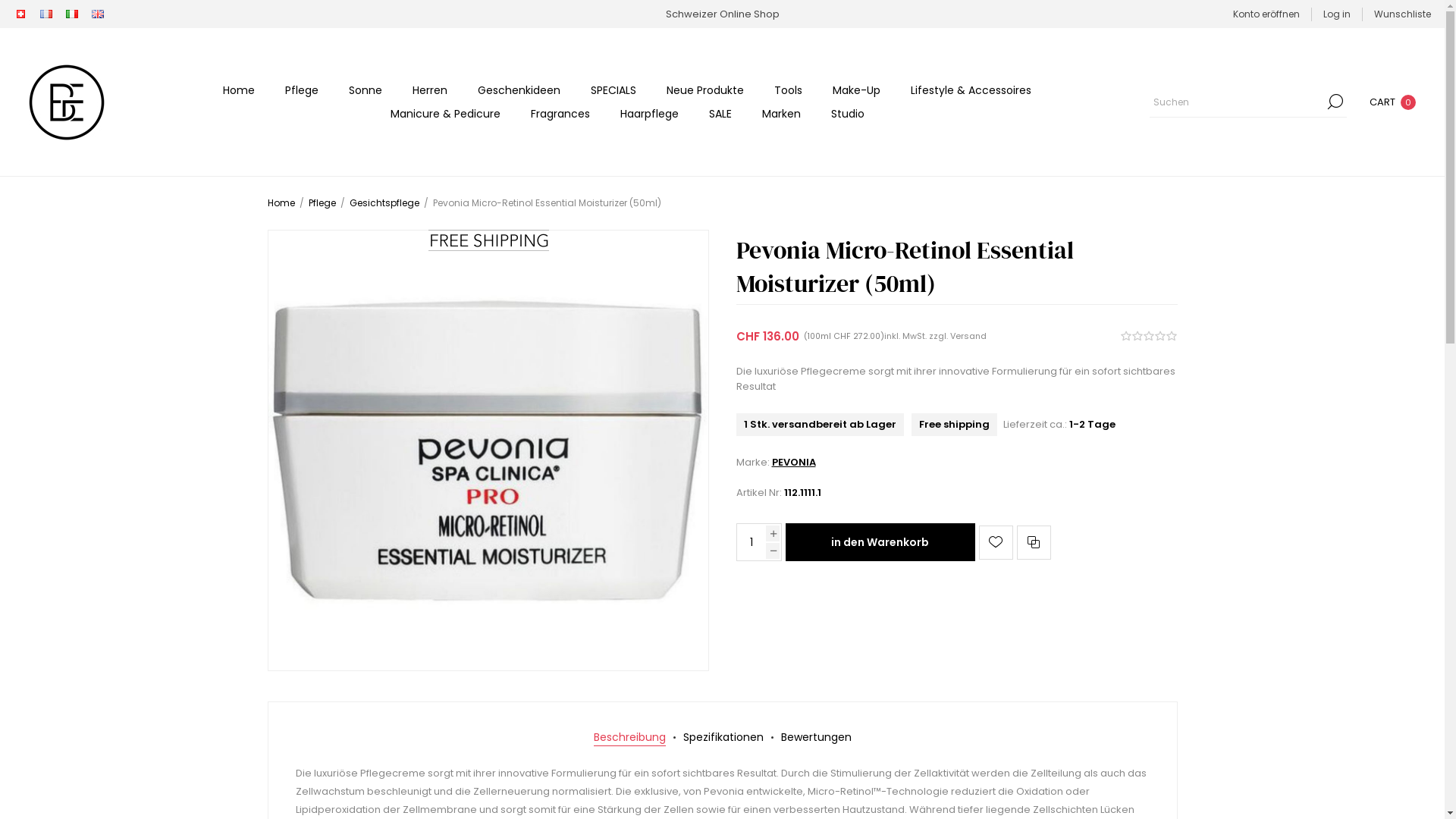 The width and height of the screenshot is (1456, 819). I want to click on 'Spezifikationen', so click(682, 736).